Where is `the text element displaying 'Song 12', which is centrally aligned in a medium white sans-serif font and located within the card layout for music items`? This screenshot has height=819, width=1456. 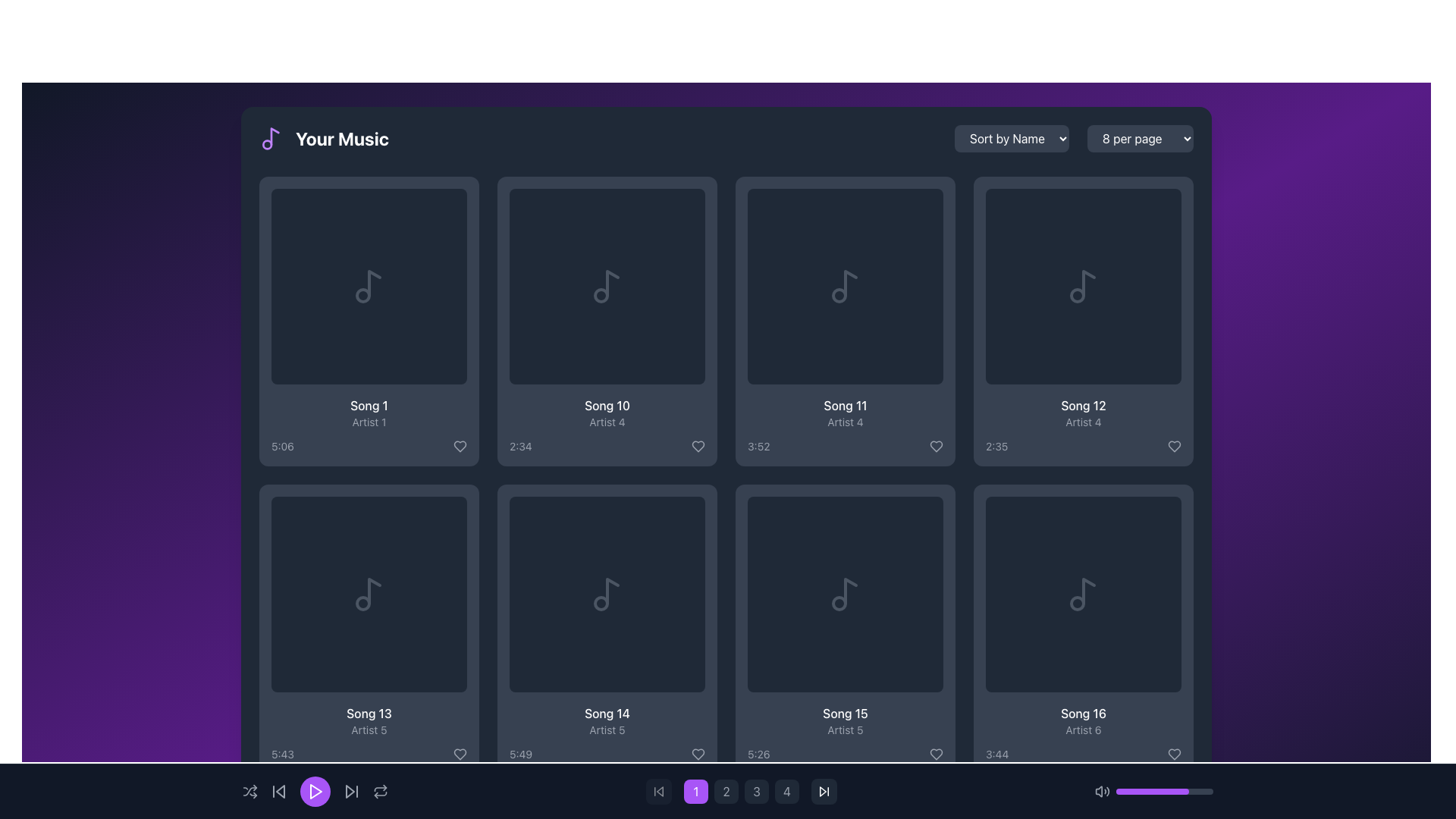
the text element displaying 'Song 12', which is centrally aligned in a medium white sans-serif font and located within the card layout for music items is located at coordinates (1083, 405).